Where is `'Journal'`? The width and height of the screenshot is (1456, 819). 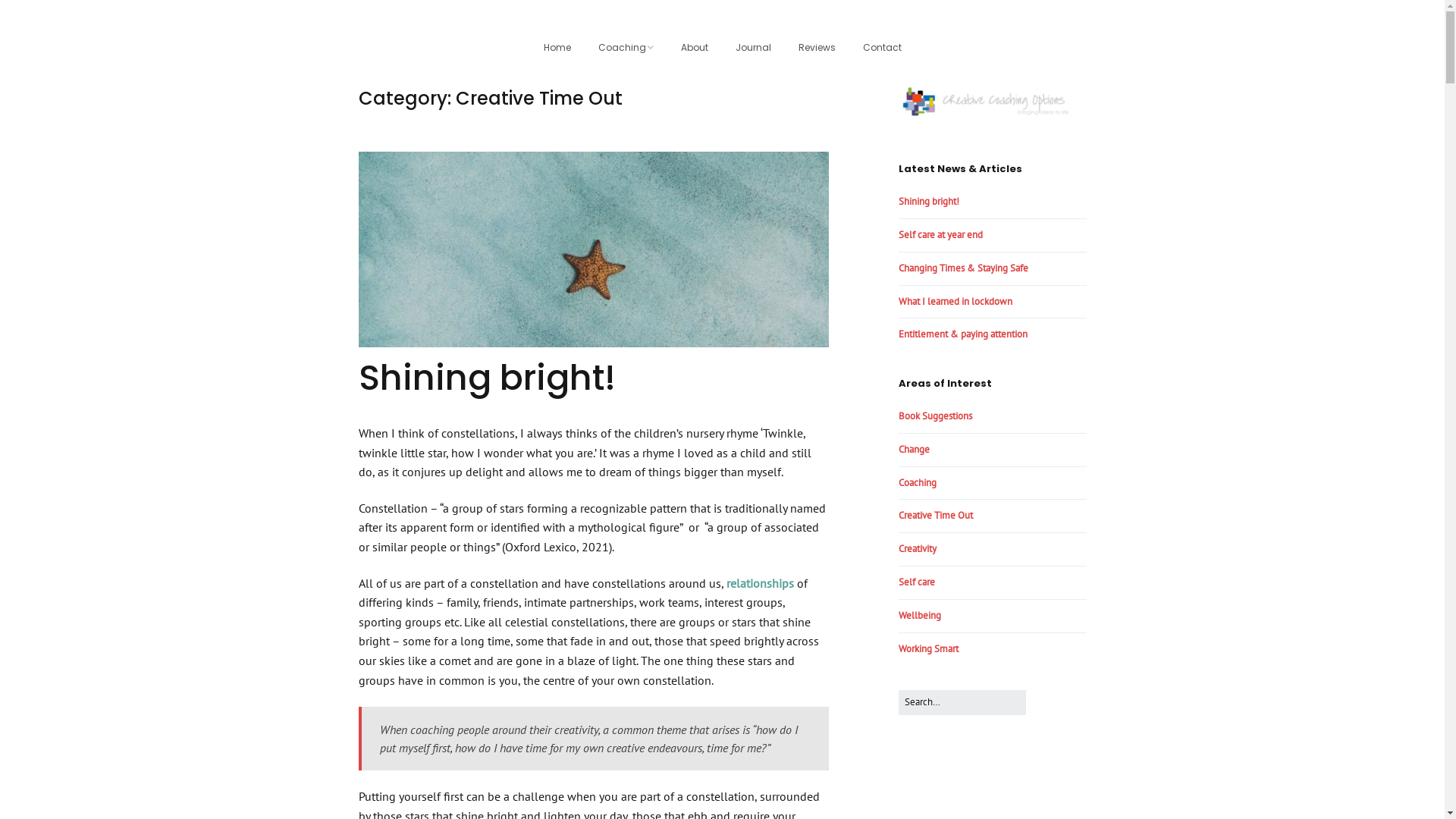
'Journal' is located at coordinates (723, 47).